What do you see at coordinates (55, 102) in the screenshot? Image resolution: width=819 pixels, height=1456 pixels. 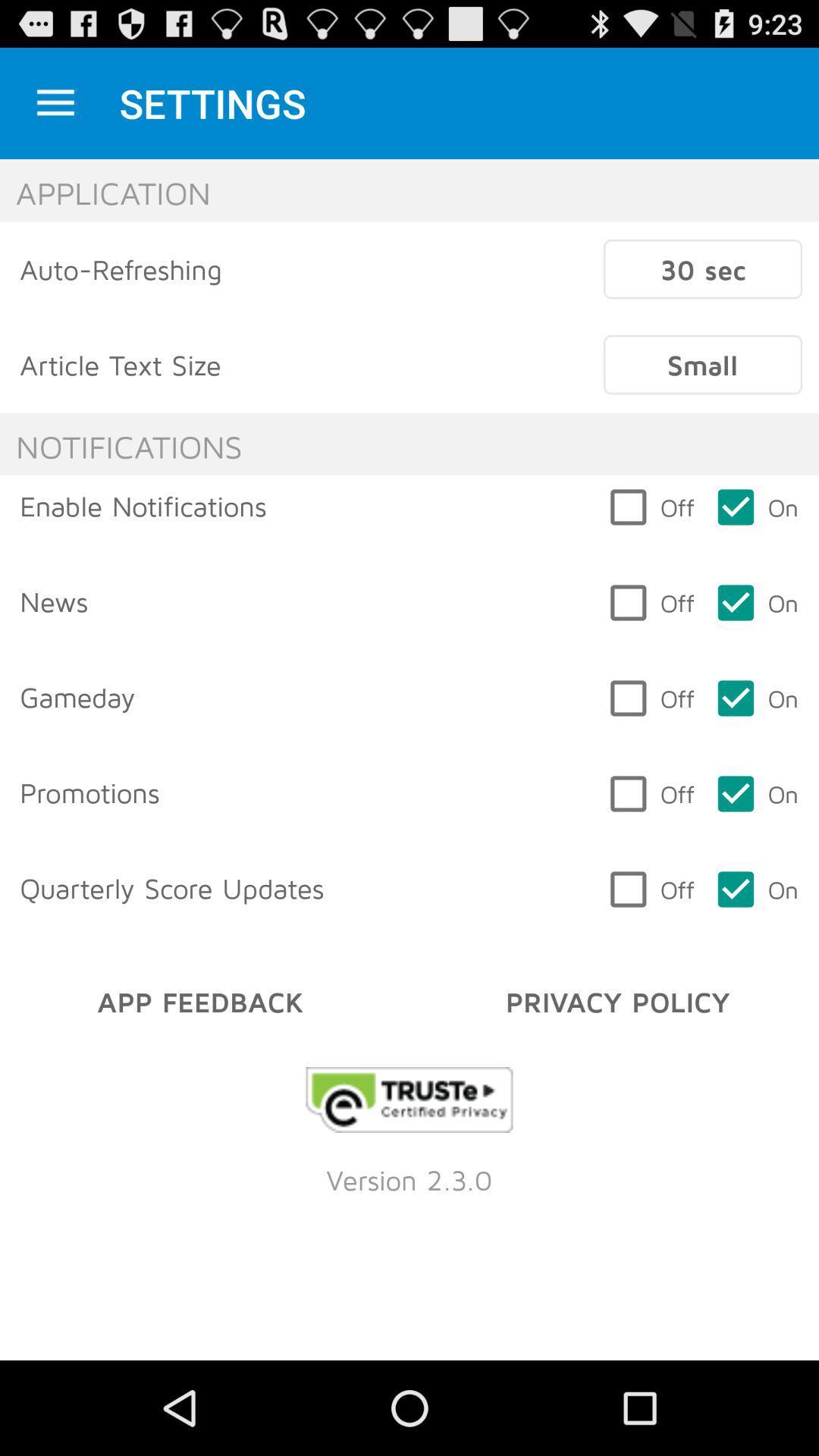 I see `more settings options` at bounding box center [55, 102].